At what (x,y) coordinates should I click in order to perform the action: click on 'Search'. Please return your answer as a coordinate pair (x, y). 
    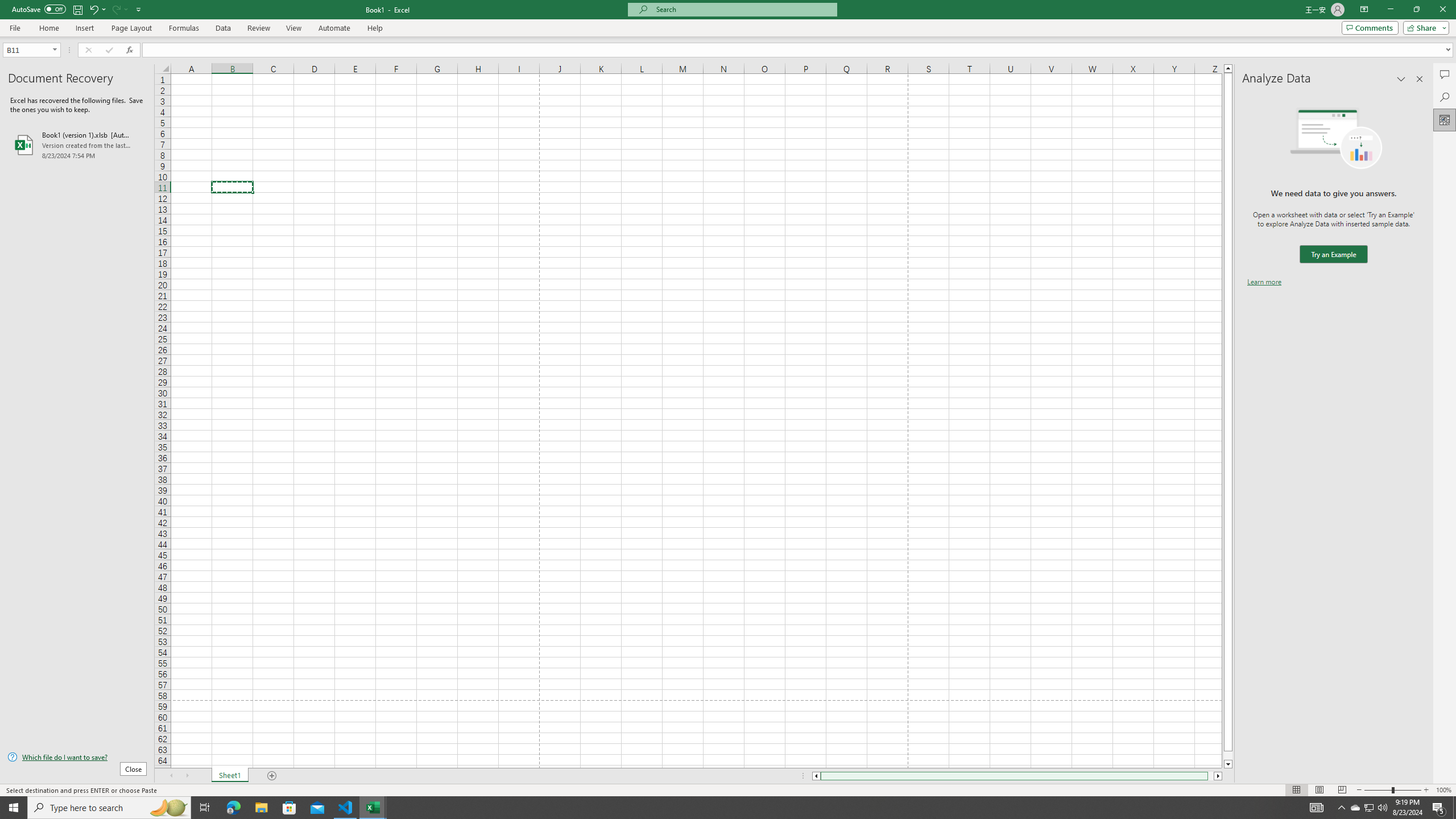
    Looking at the image, I should click on (1444, 97).